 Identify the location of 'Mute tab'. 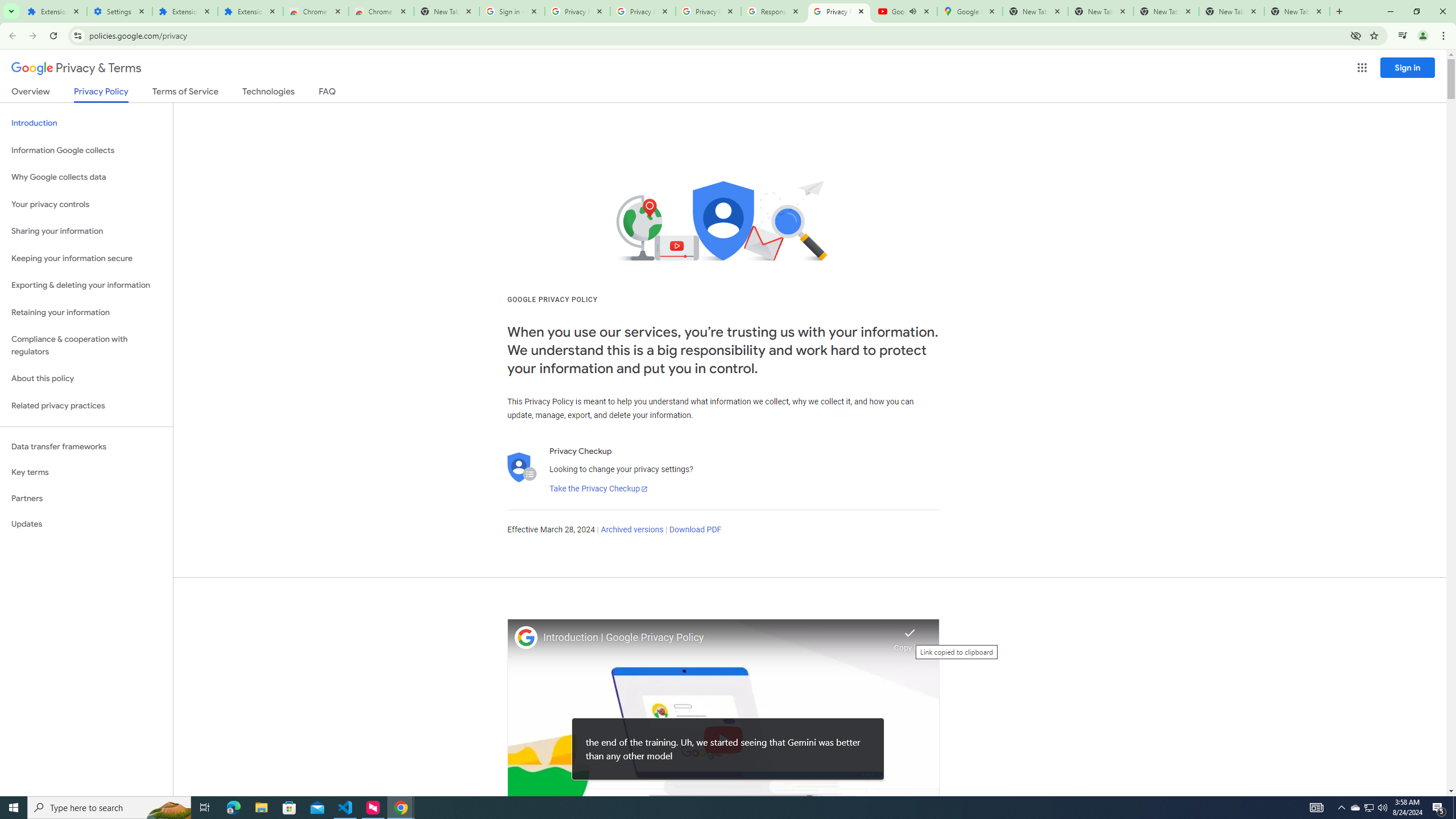
(913, 11).